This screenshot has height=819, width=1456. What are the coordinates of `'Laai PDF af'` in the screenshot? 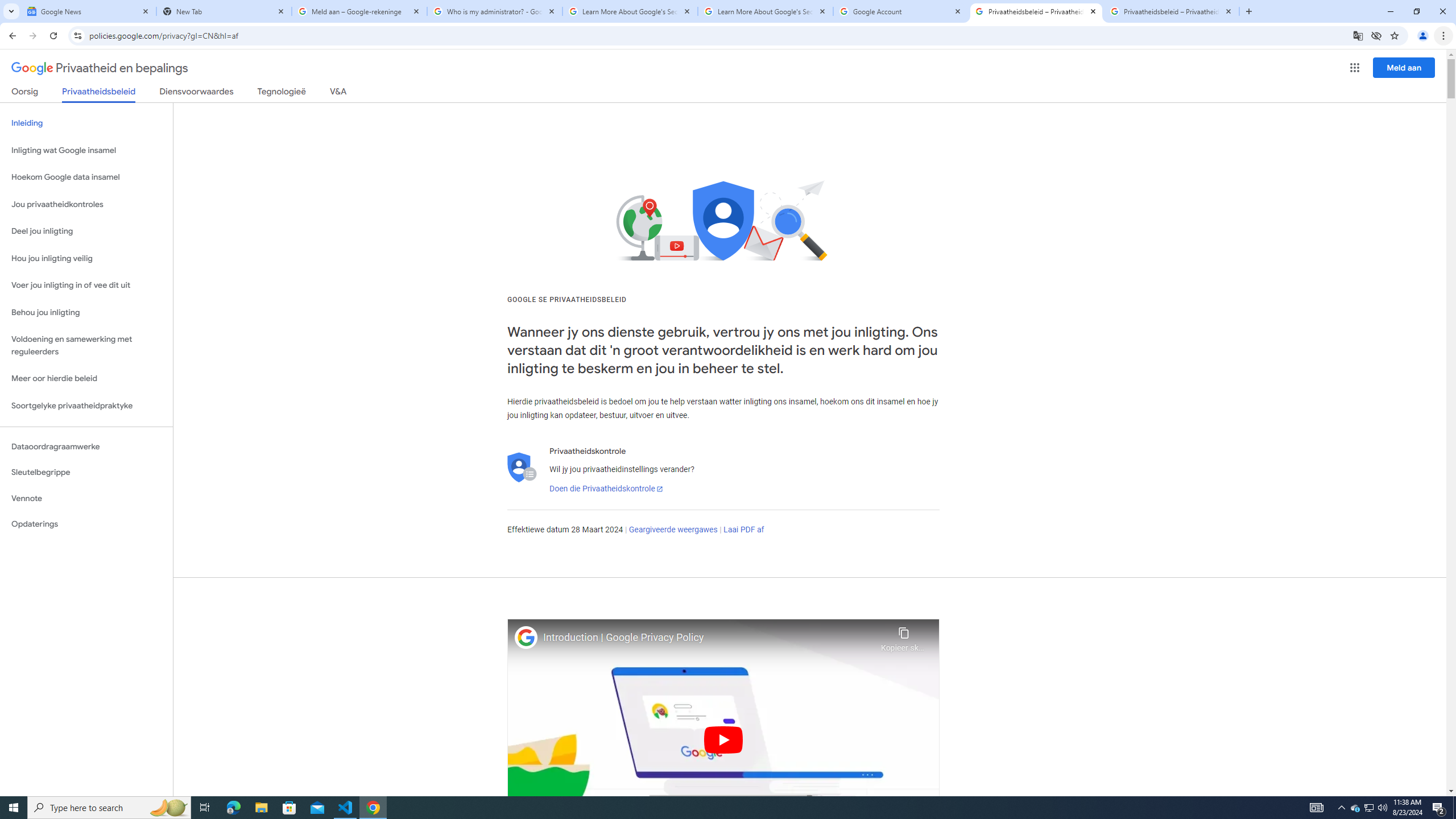 It's located at (744, 529).